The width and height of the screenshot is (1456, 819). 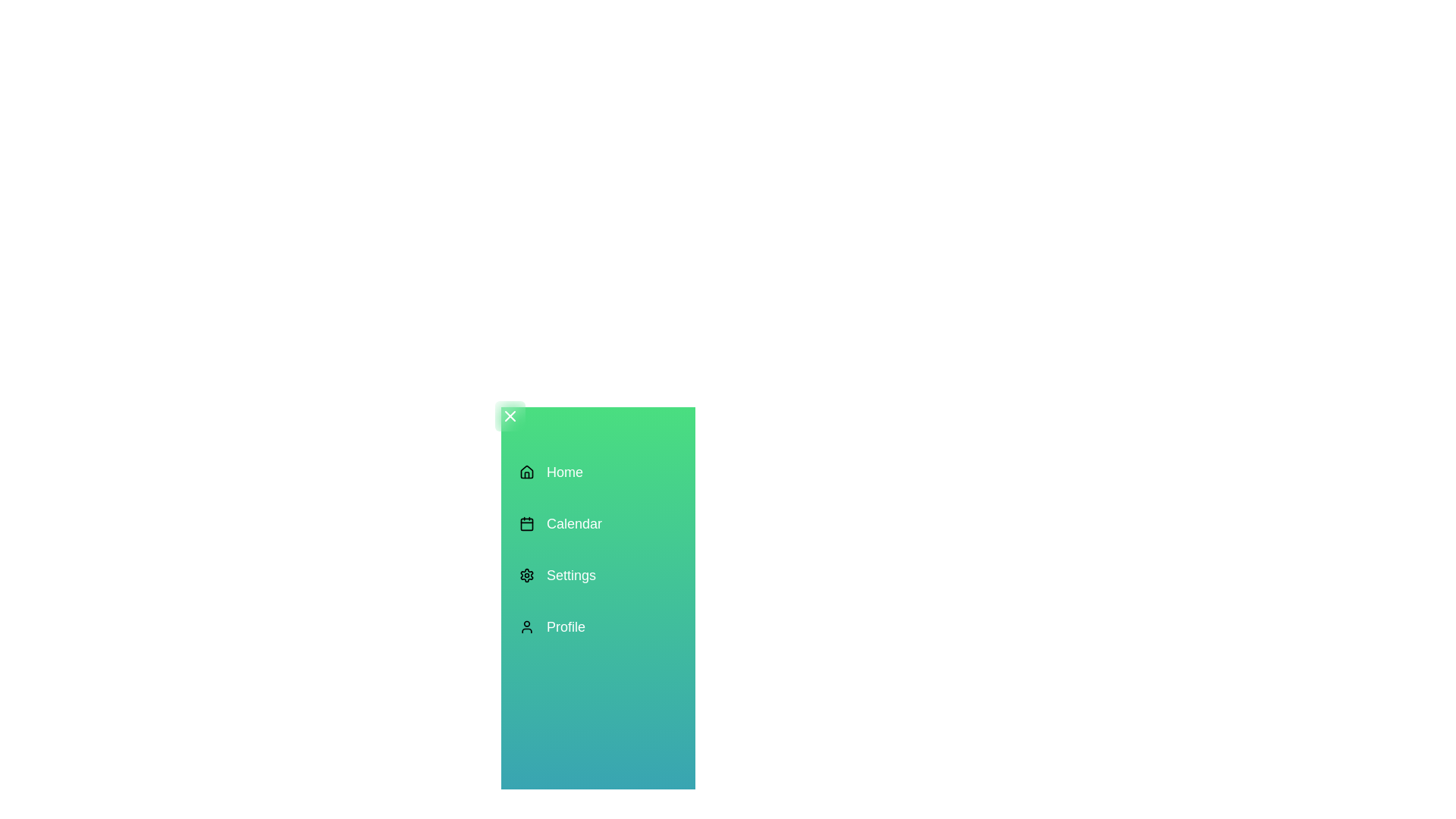 I want to click on the house icon located in the 'Home' menu item, so click(x=527, y=472).